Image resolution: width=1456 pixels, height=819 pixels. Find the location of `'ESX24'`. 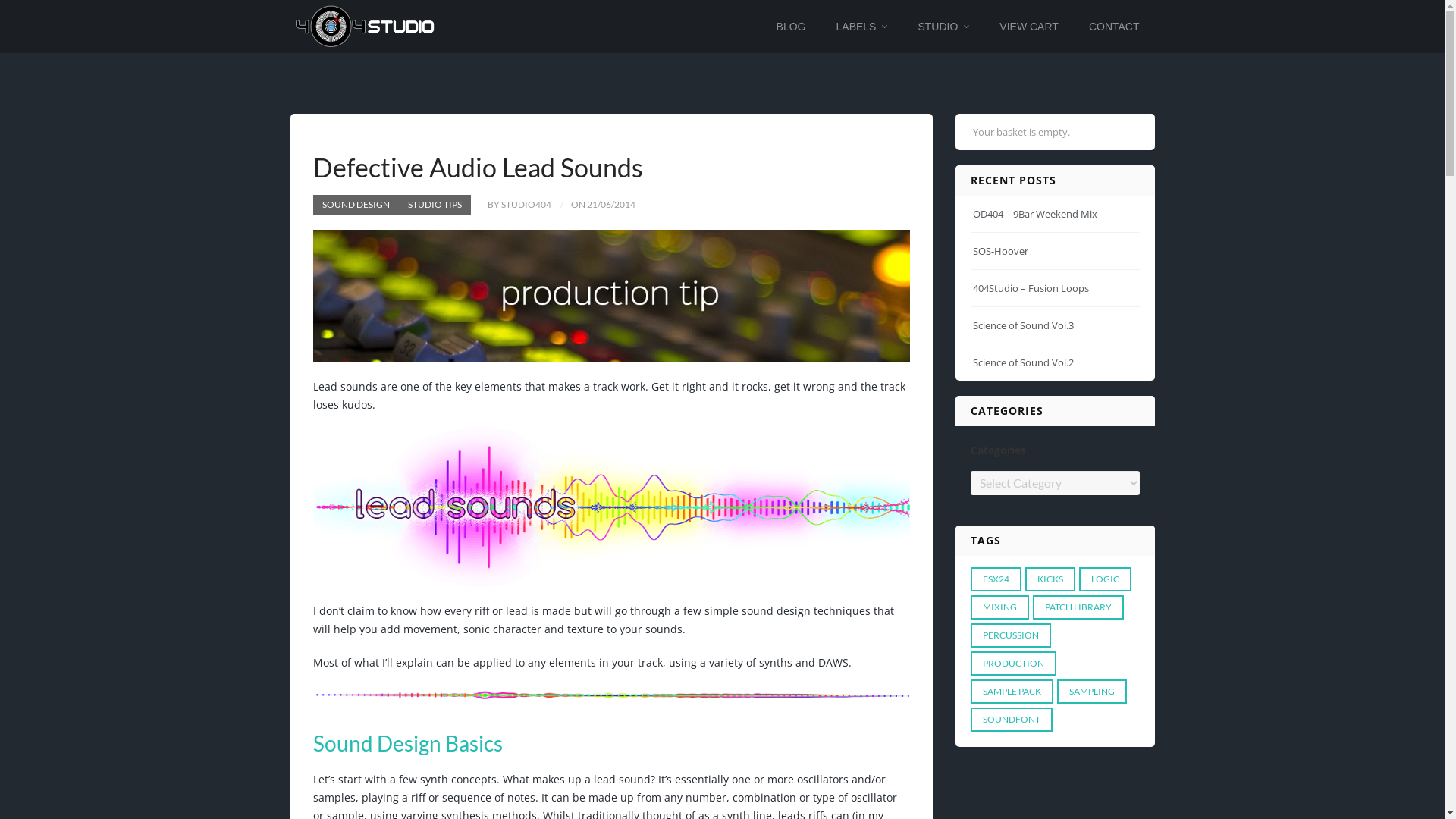

'ESX24' is located at coordinates (971, 579).